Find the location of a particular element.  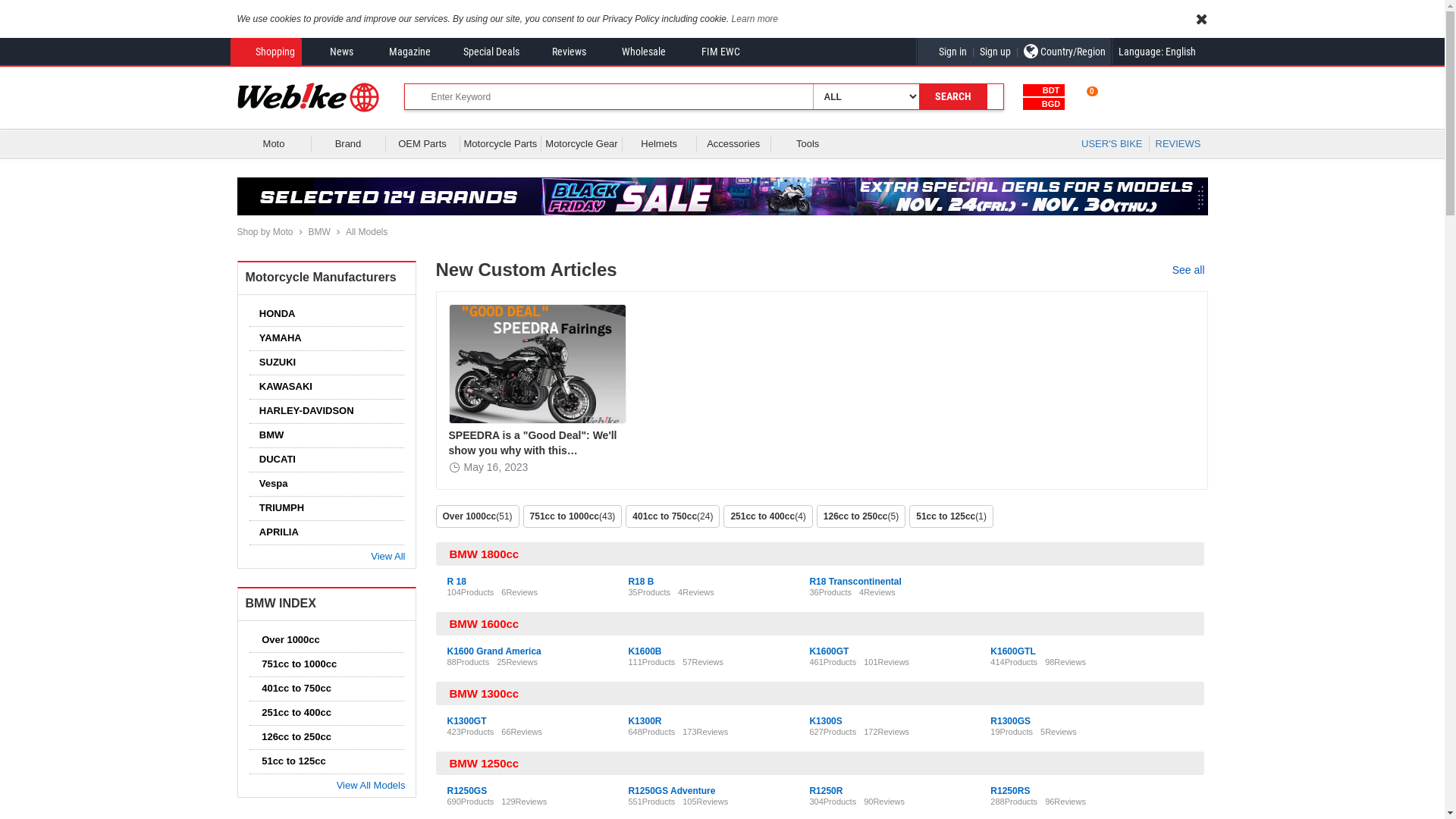

'98Reviews' is located at coordinates (1043, 661).